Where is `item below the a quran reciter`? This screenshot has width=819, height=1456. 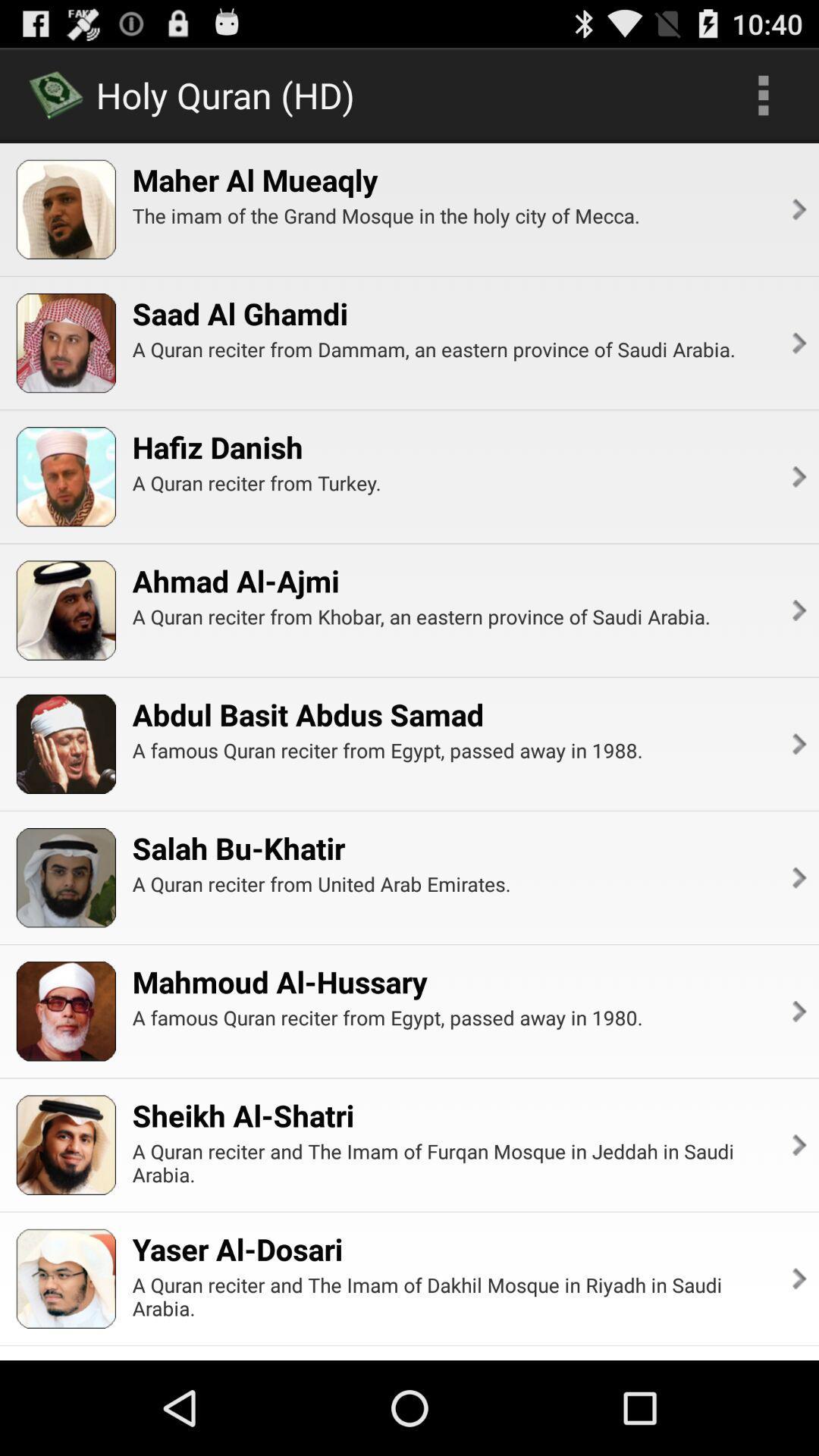
item below the a quran reciter is located at coordinates (236, 580).